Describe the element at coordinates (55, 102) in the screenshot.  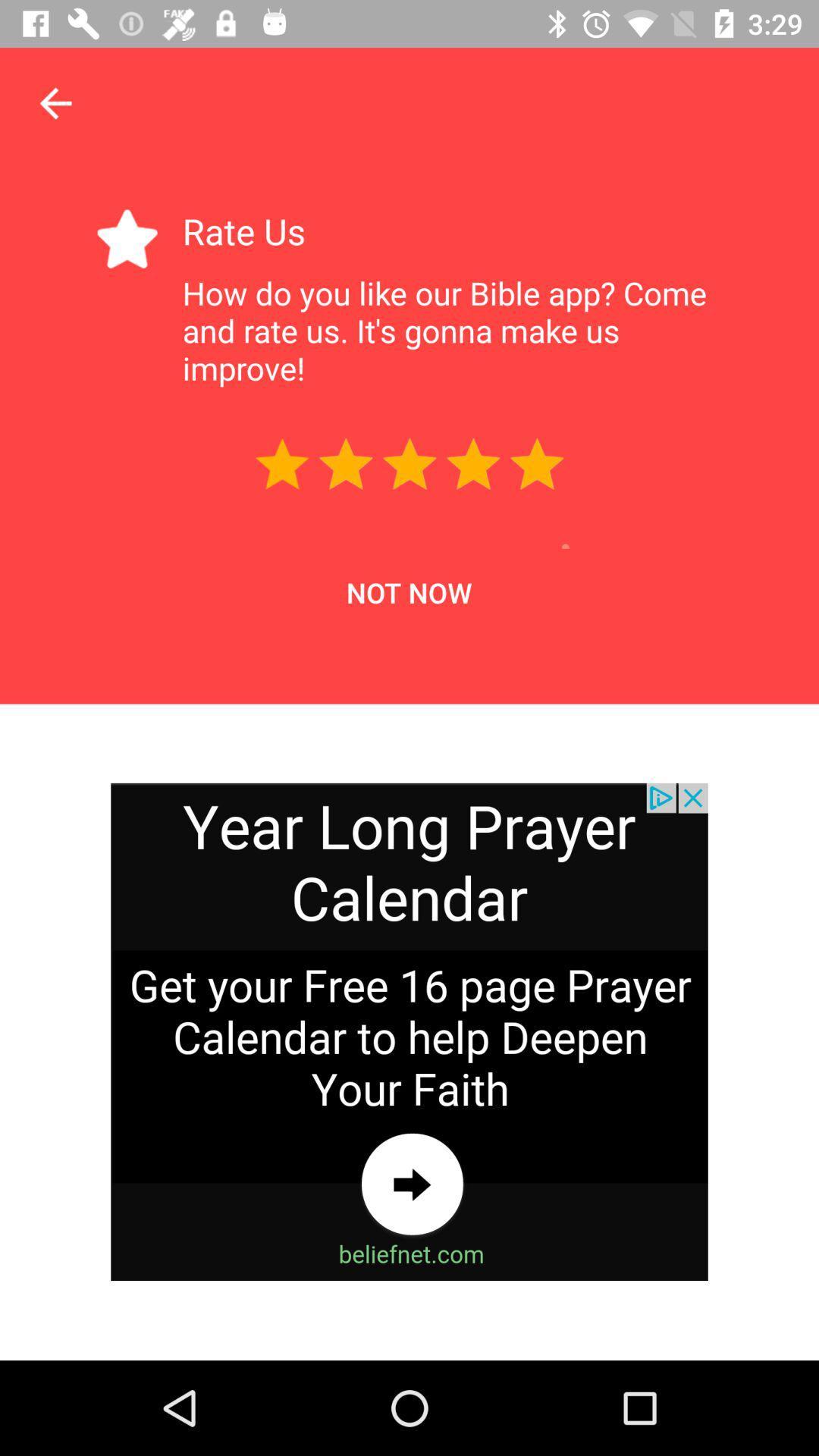
I see `the arrow_backward icon` at that location.